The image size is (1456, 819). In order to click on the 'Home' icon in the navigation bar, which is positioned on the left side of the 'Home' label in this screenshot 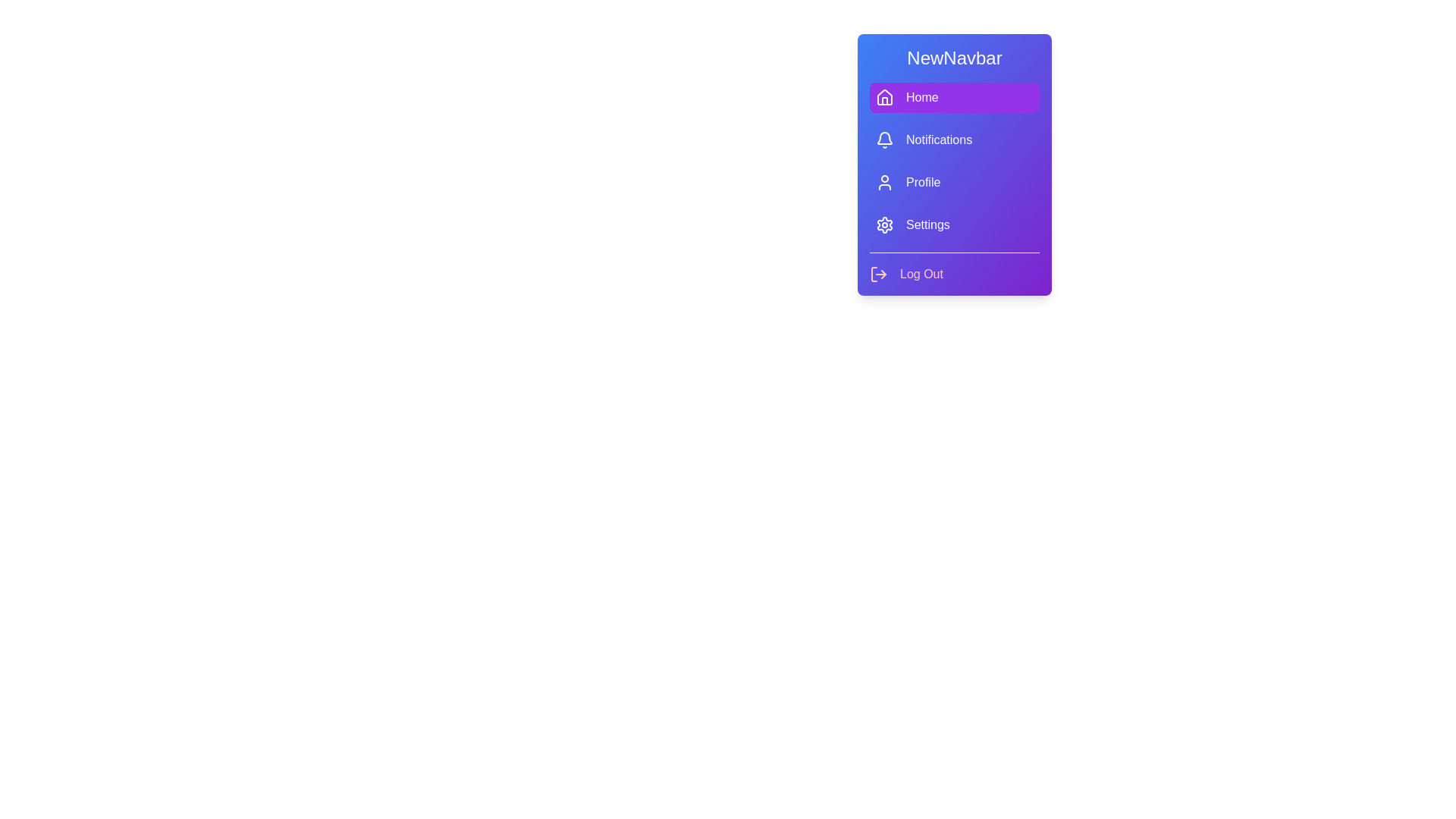, I will do `click(884, 97)`.